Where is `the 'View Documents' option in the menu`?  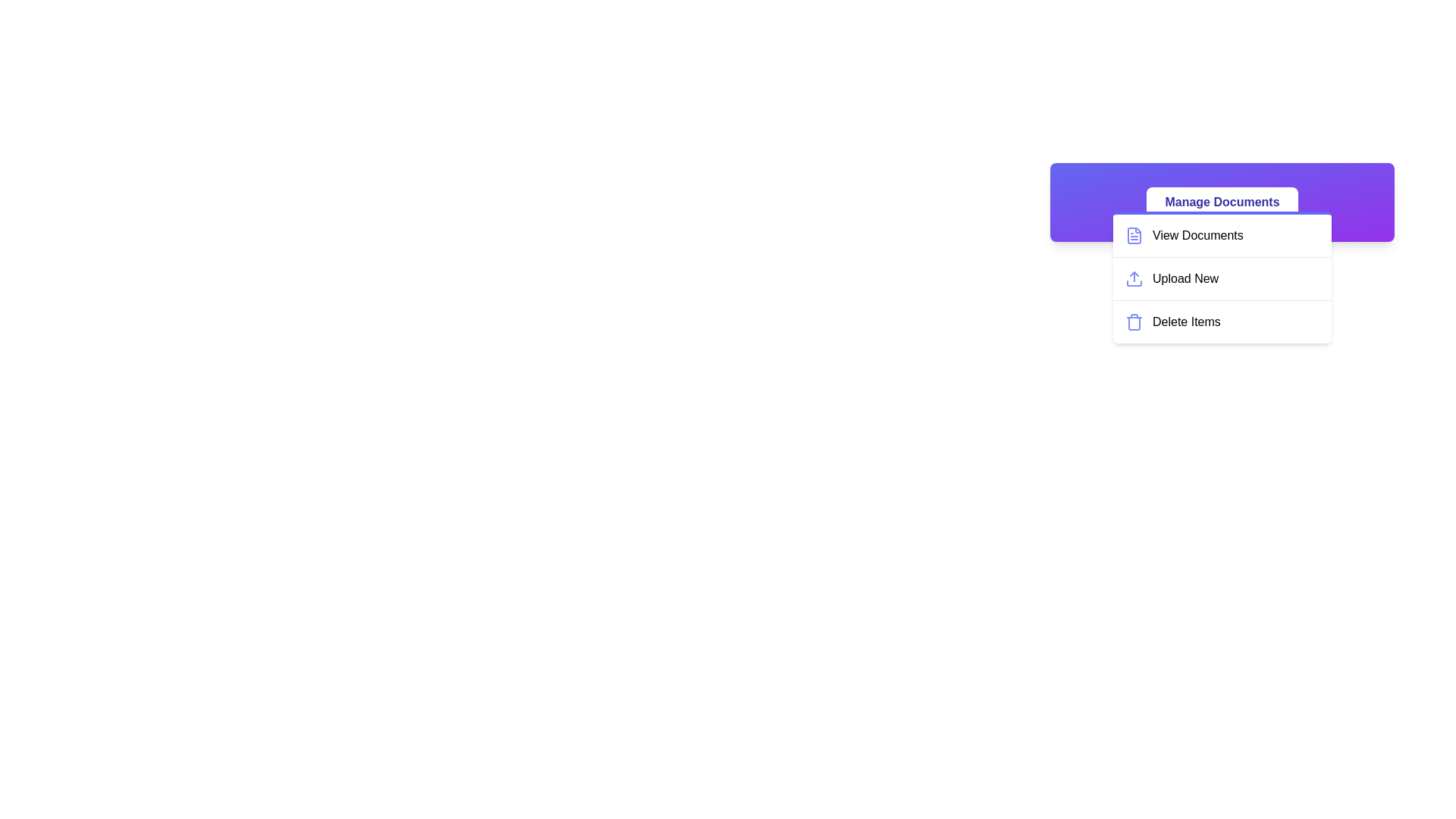
the 'View Documents' option in the menu is located at coordinates (1222, 236).